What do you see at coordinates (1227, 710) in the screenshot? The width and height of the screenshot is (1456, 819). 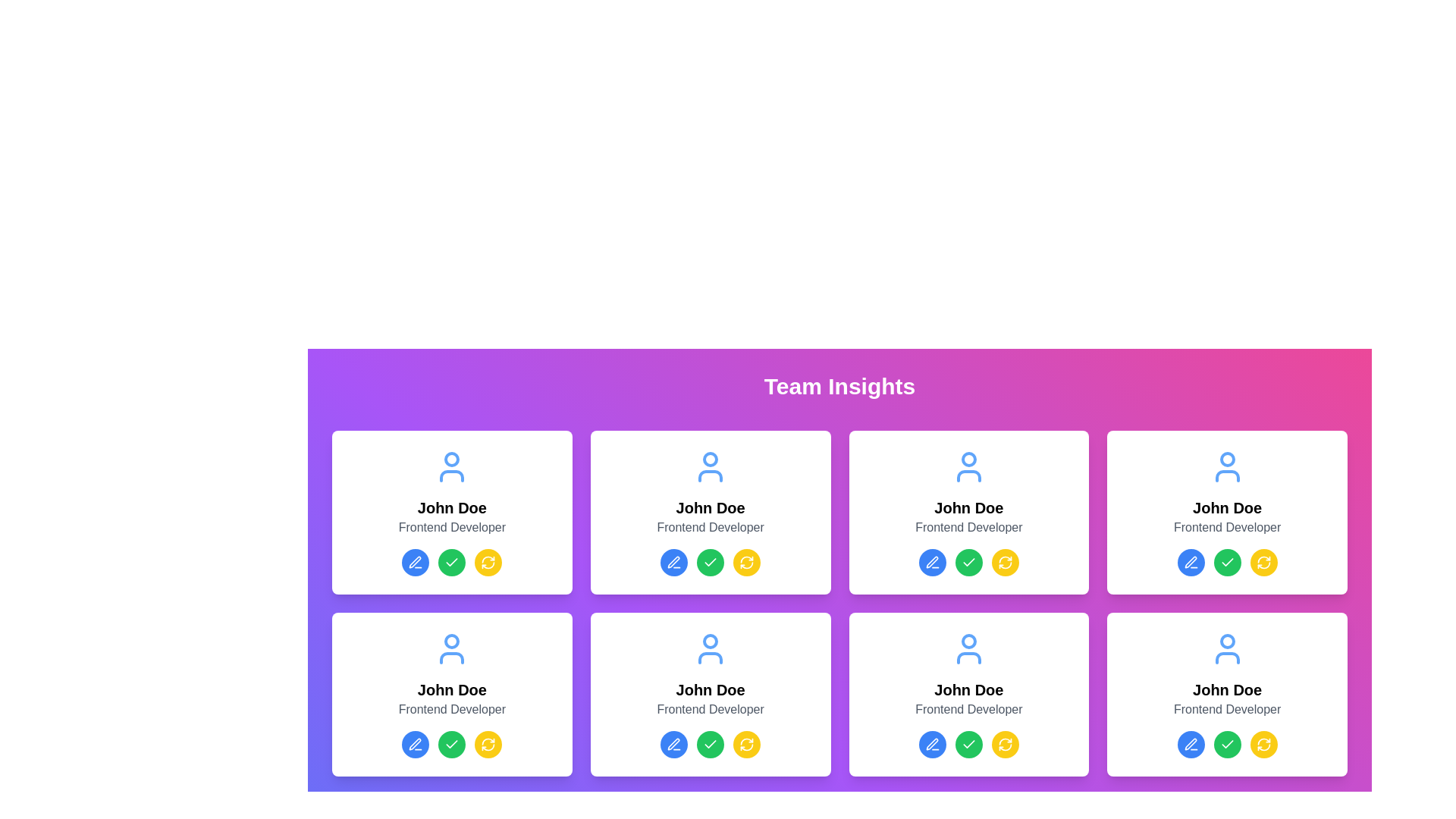 I see `the text label indicating the role or job title associated with the profile card located beneath 'John Doe' in the last card of the second row` at bounding box center [1227, 710].